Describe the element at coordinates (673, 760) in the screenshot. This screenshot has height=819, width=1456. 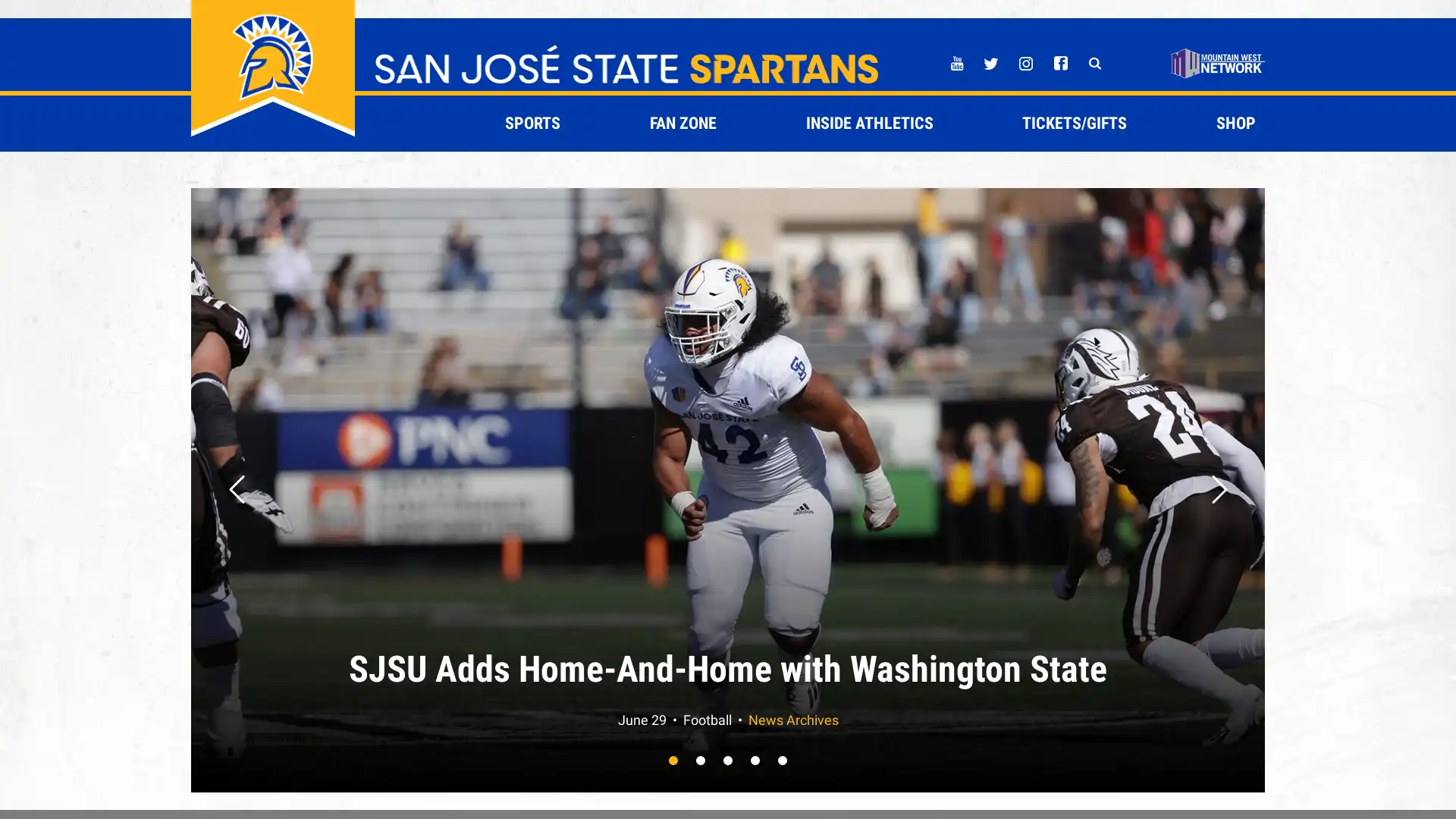
I see `Navigate to slide 1` at that location.